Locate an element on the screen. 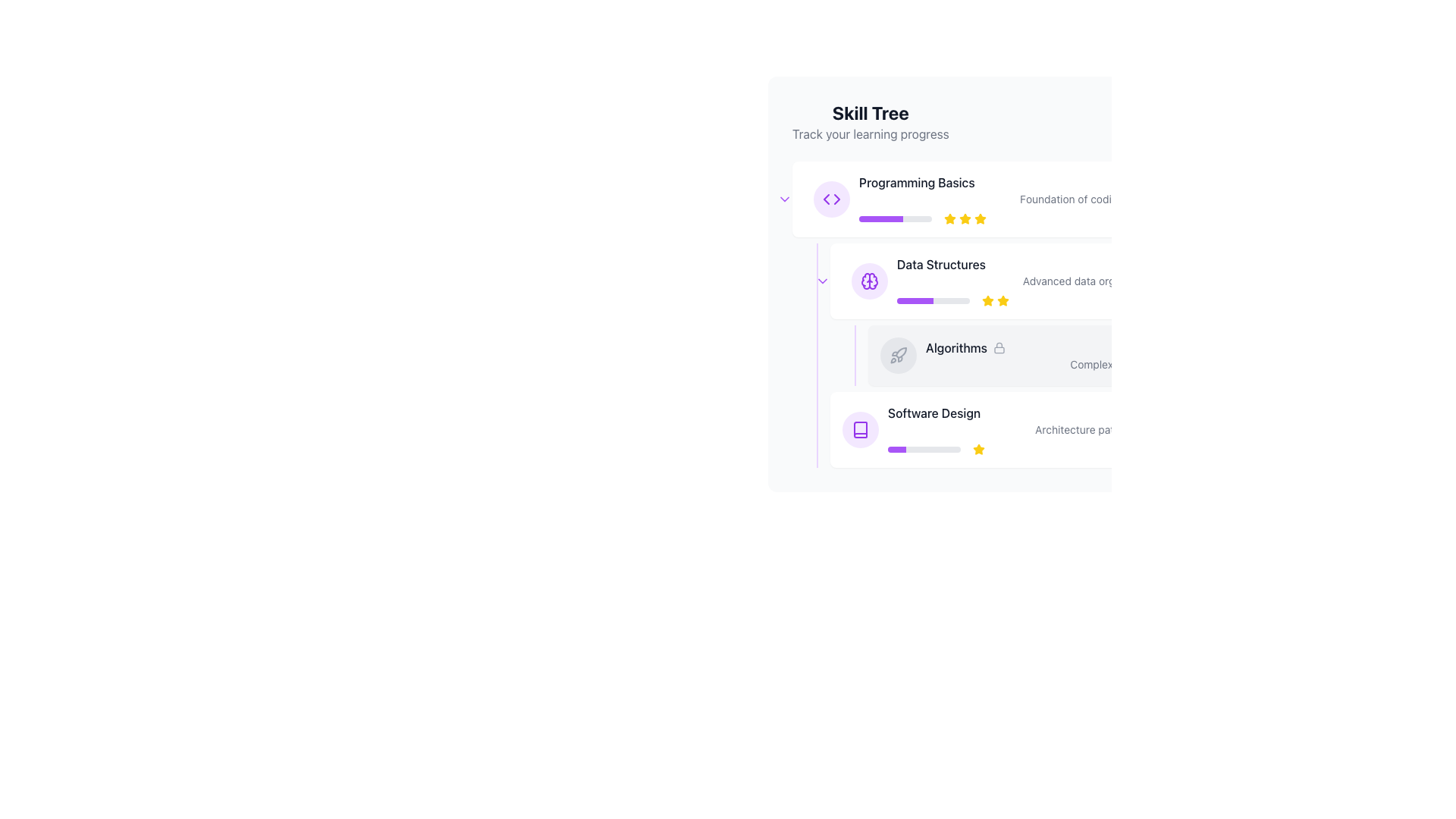  text label that indicates the topic or skill covered in the 'Software Design' section of the learning tracker interface, located under the 'Algorithms' section near the purple progress bar and star rating indicator is located at coordinates (934, 413).